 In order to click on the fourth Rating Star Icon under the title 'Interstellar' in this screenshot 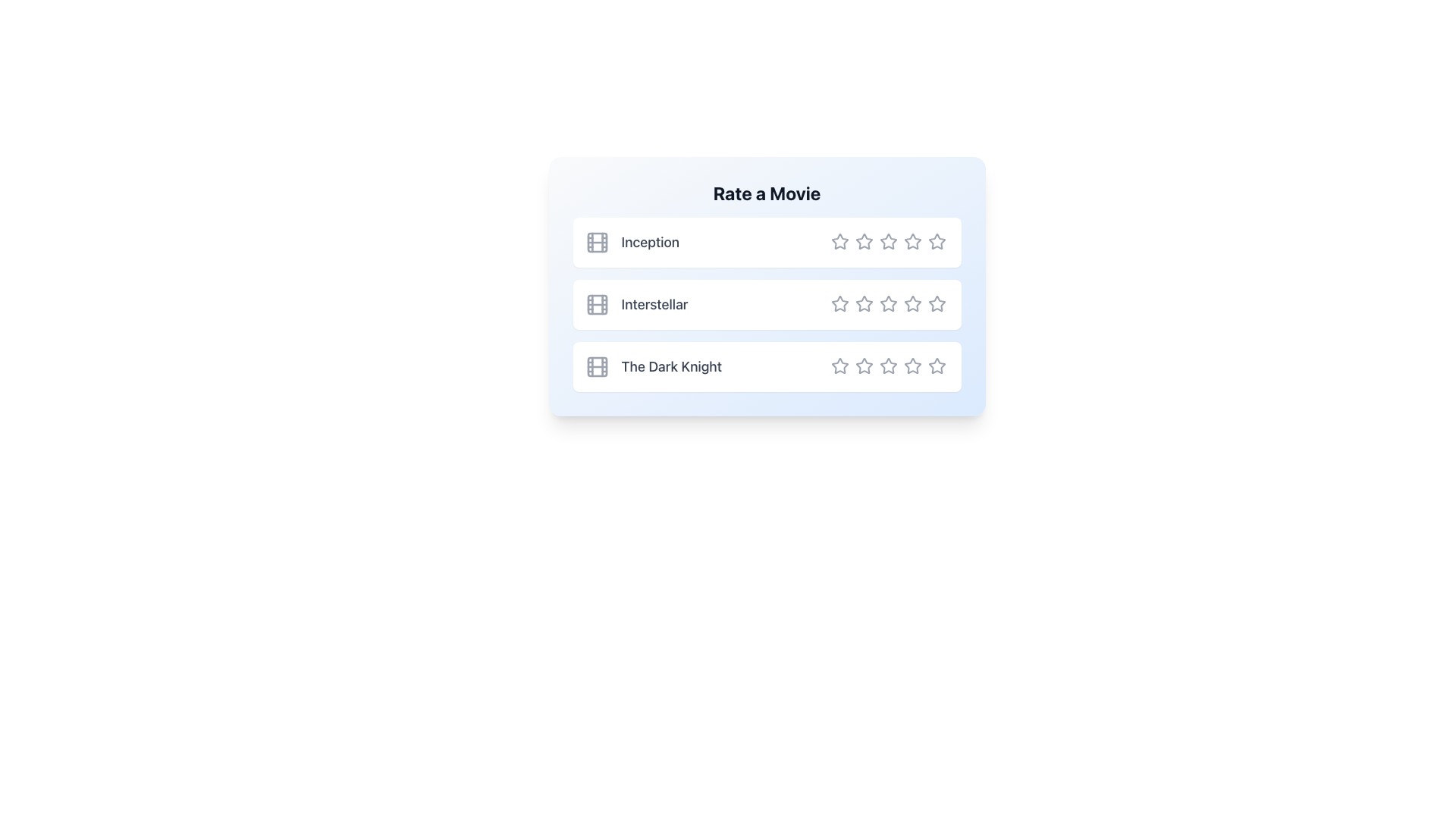, I will do `click(912, 303)`.